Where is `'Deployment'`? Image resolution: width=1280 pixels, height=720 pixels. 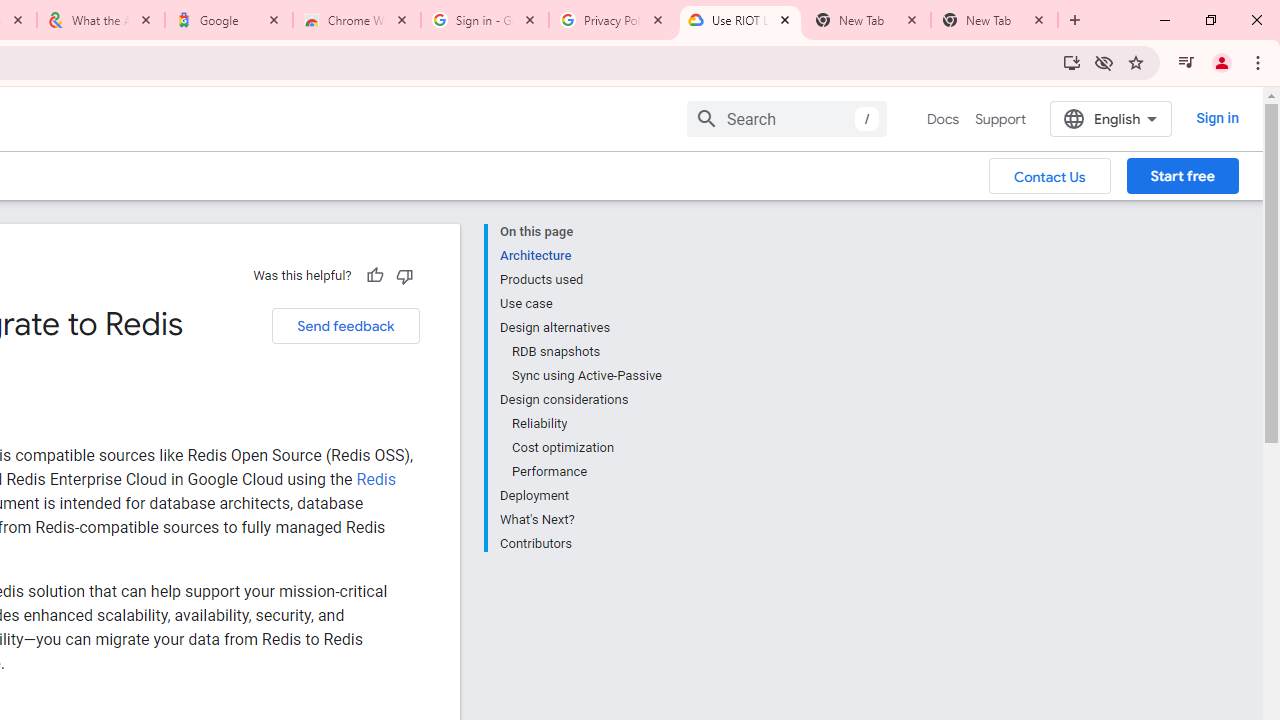 'Deployment' is located at coordinates (579, 495).